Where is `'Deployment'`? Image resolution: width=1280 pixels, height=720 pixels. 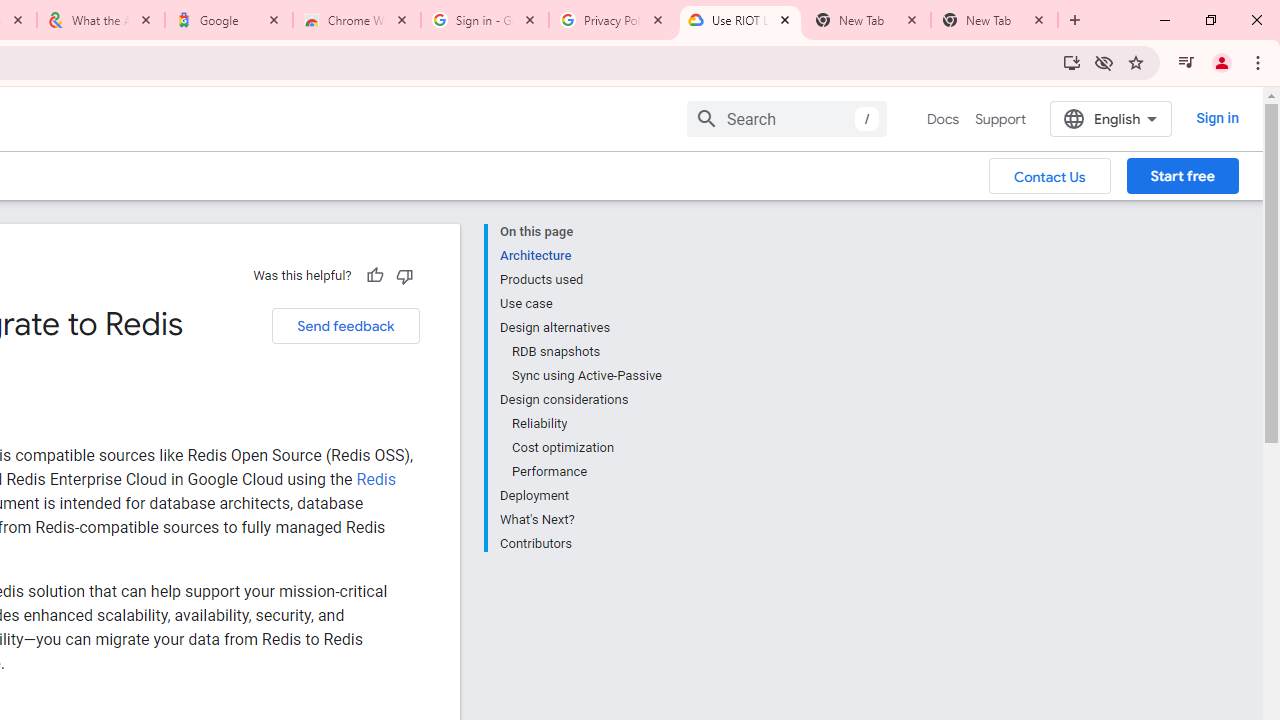 'Deployment' is located at coordinates (579, 495).